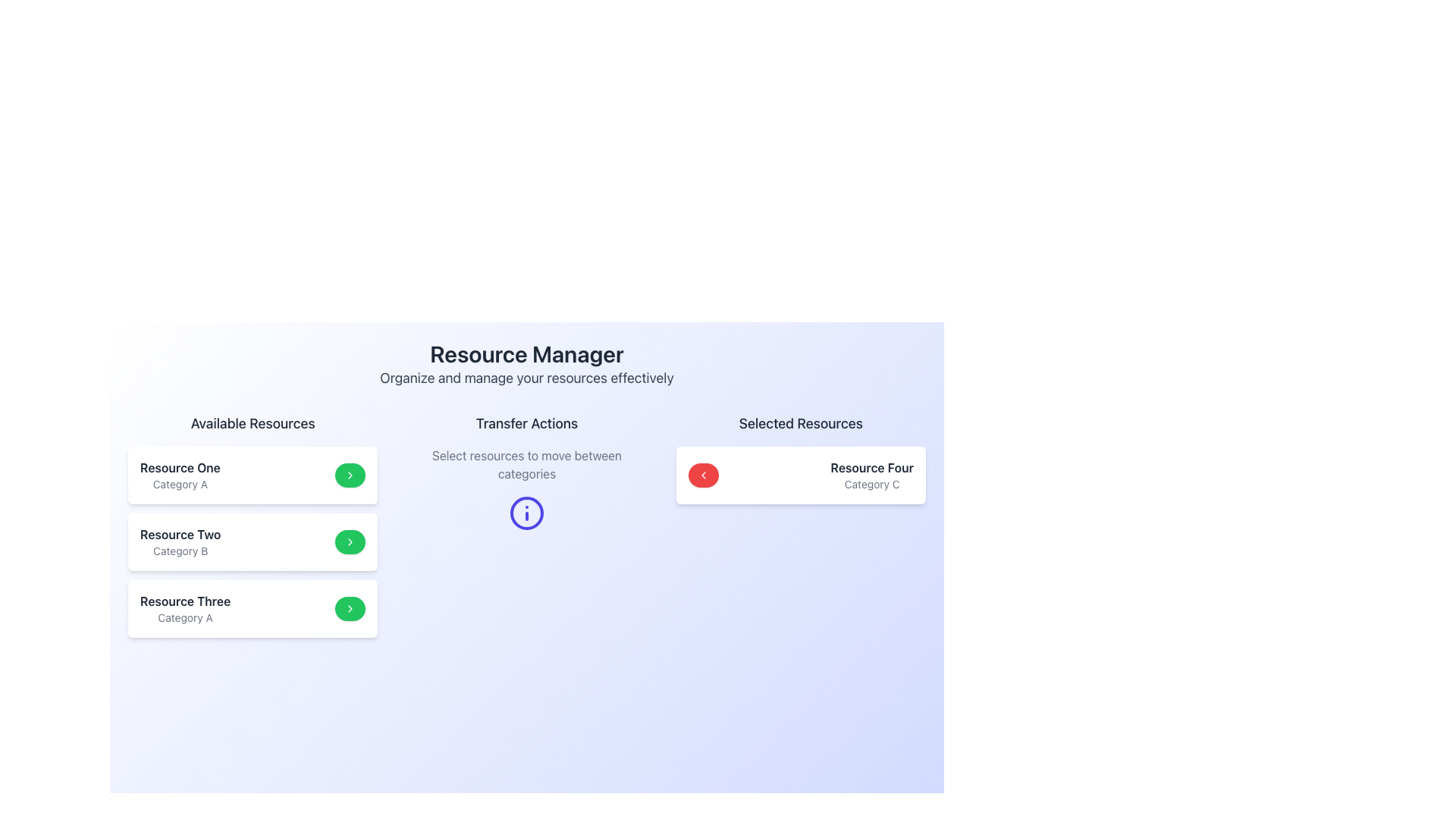 This screenshot has width=1456, height=819. What do you see at coordinates (702, 475) in the screenshot?
I see `the Icon Button located at the top-left corner of the 'Resource Four' card in the 'Selected Resources' section` at bounding box center [702, 475].